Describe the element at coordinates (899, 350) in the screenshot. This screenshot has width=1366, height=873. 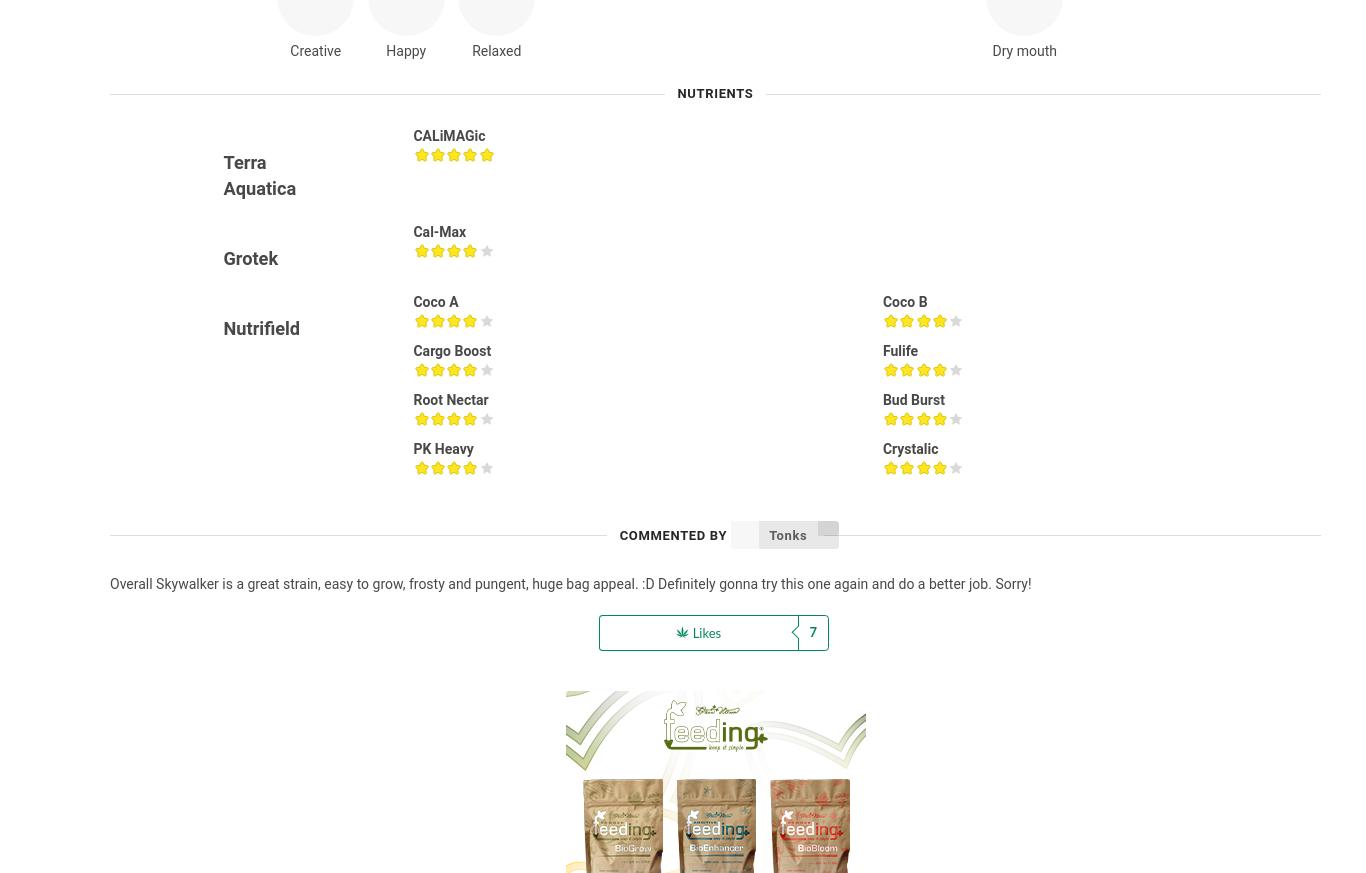
I see `'Fulife'` at that location.